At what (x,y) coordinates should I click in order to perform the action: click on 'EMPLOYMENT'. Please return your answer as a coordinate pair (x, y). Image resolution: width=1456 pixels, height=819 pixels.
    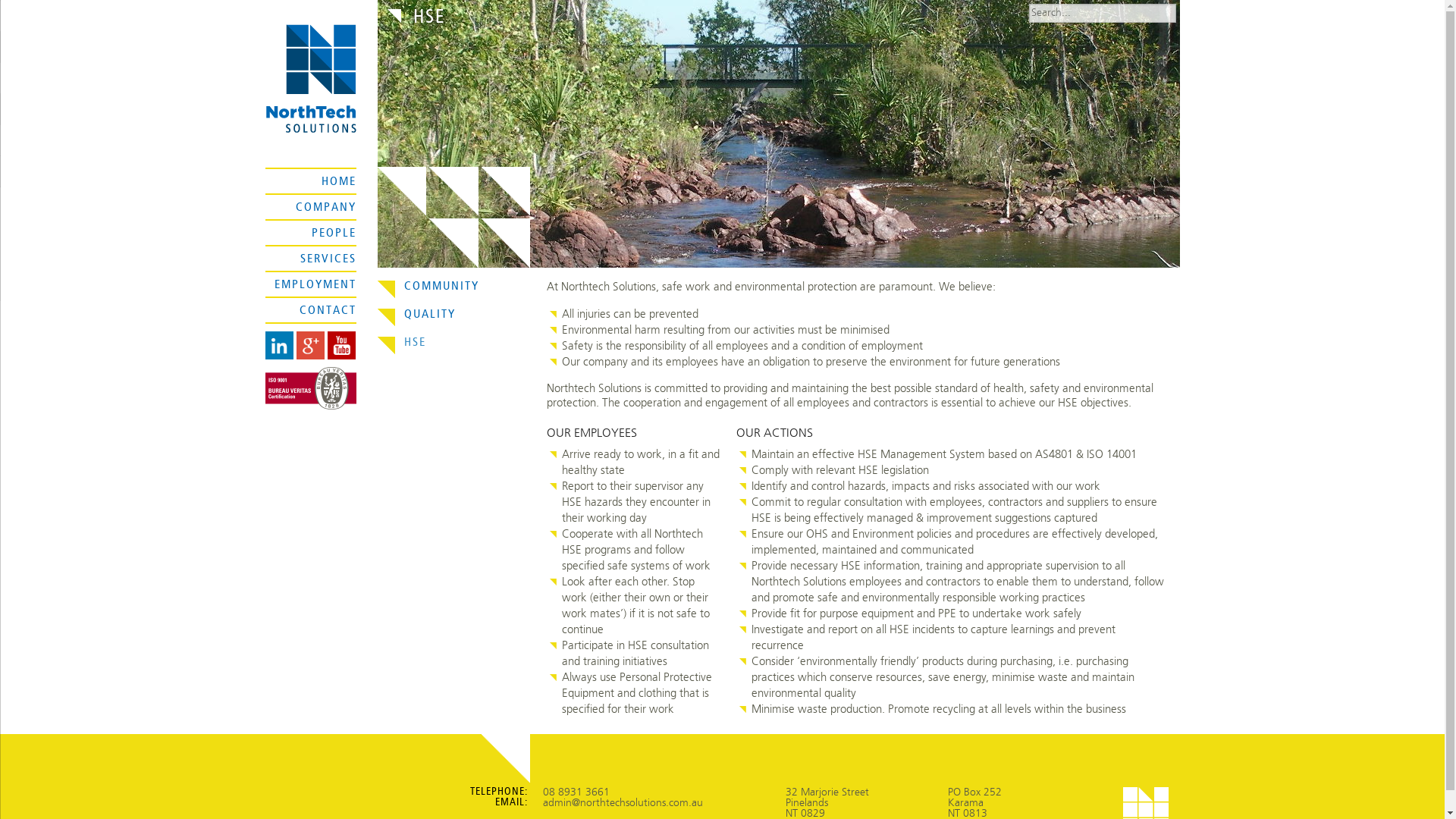
    Looking at the image, I should click on (315, 284).